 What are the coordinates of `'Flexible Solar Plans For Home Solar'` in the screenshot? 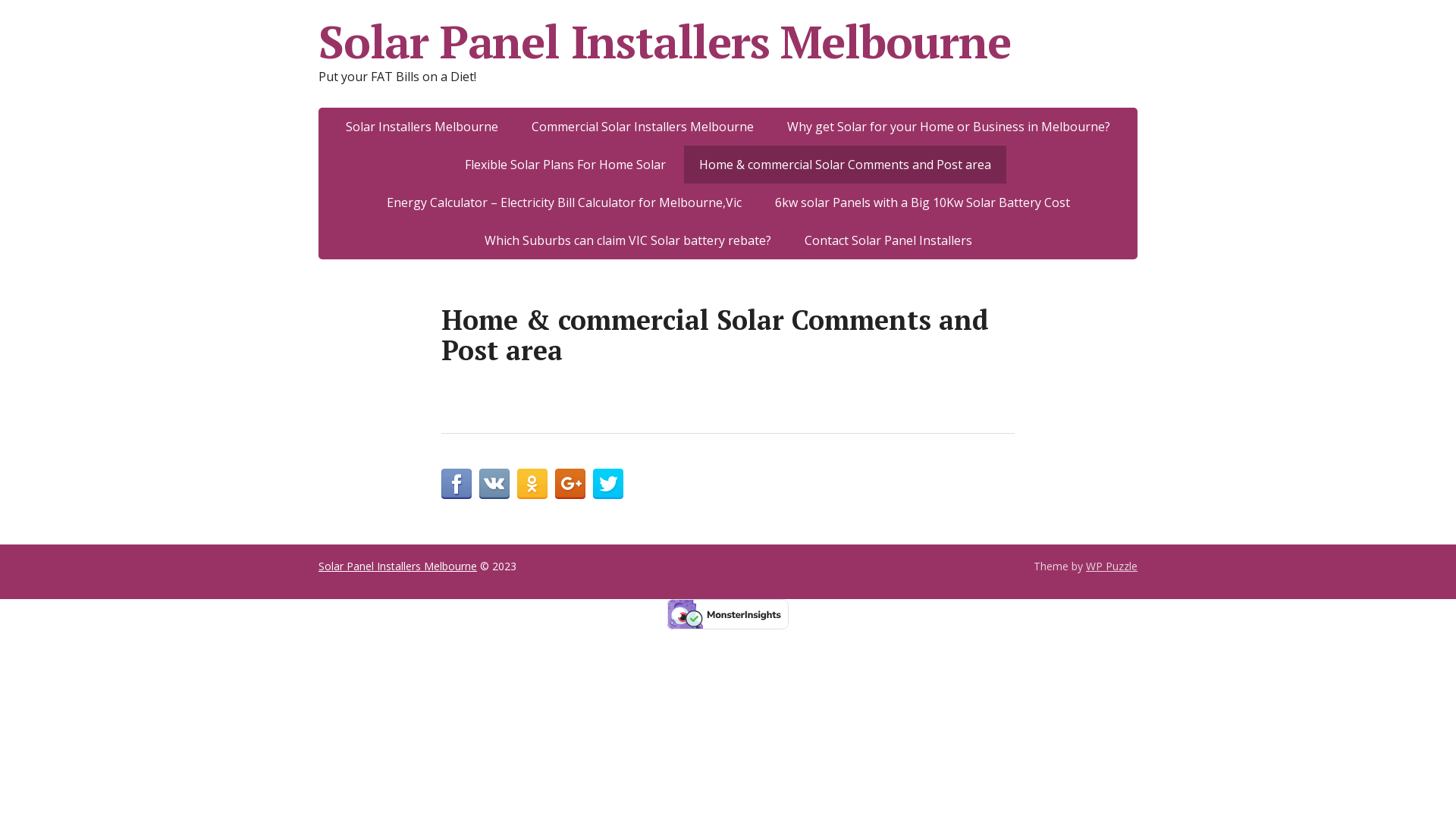 It's located at (564, 164).